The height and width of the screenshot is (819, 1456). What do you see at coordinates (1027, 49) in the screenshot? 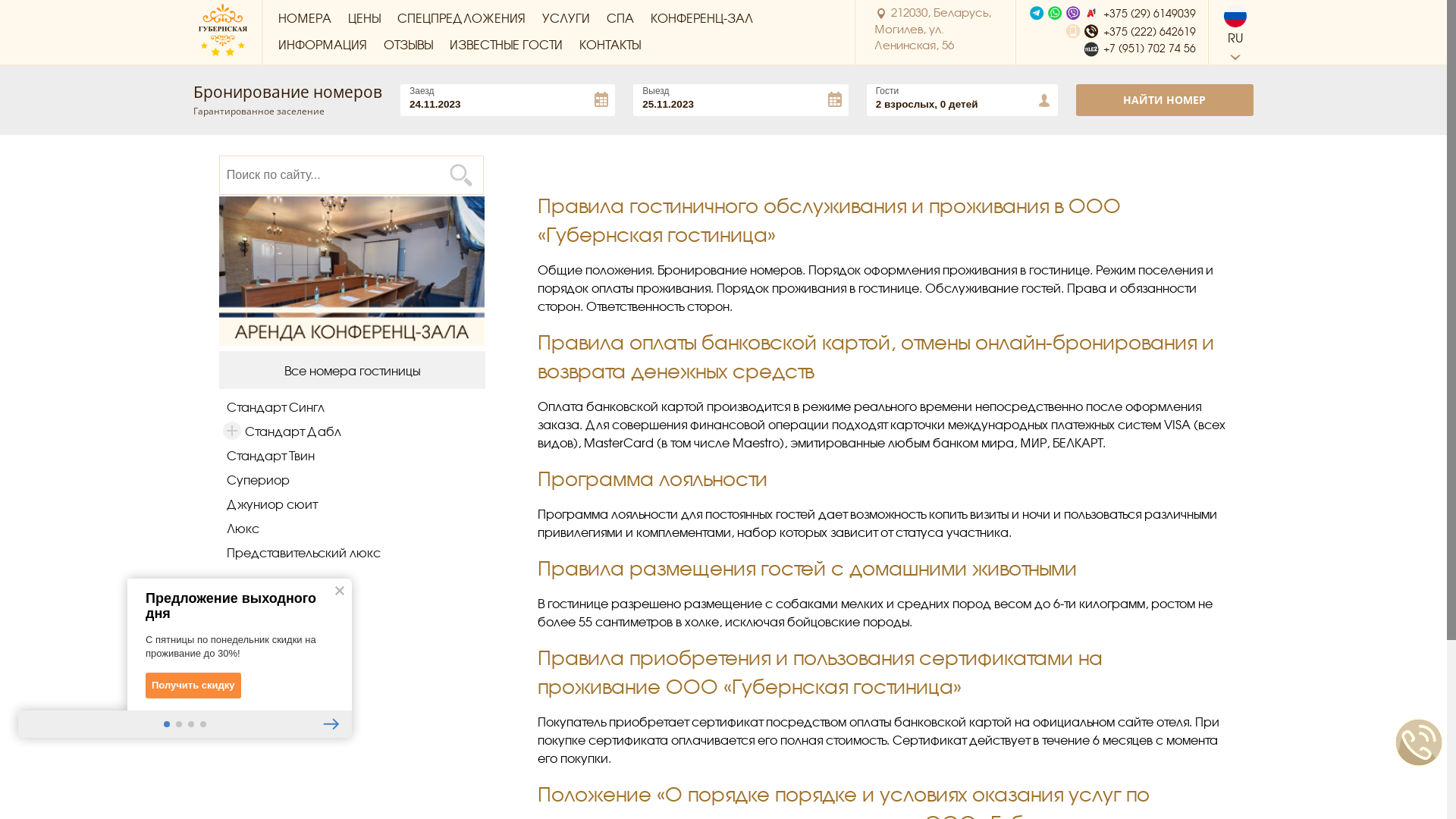
I see `'+7 (951) 702 74 56'` at bounding box center [1027, 49].